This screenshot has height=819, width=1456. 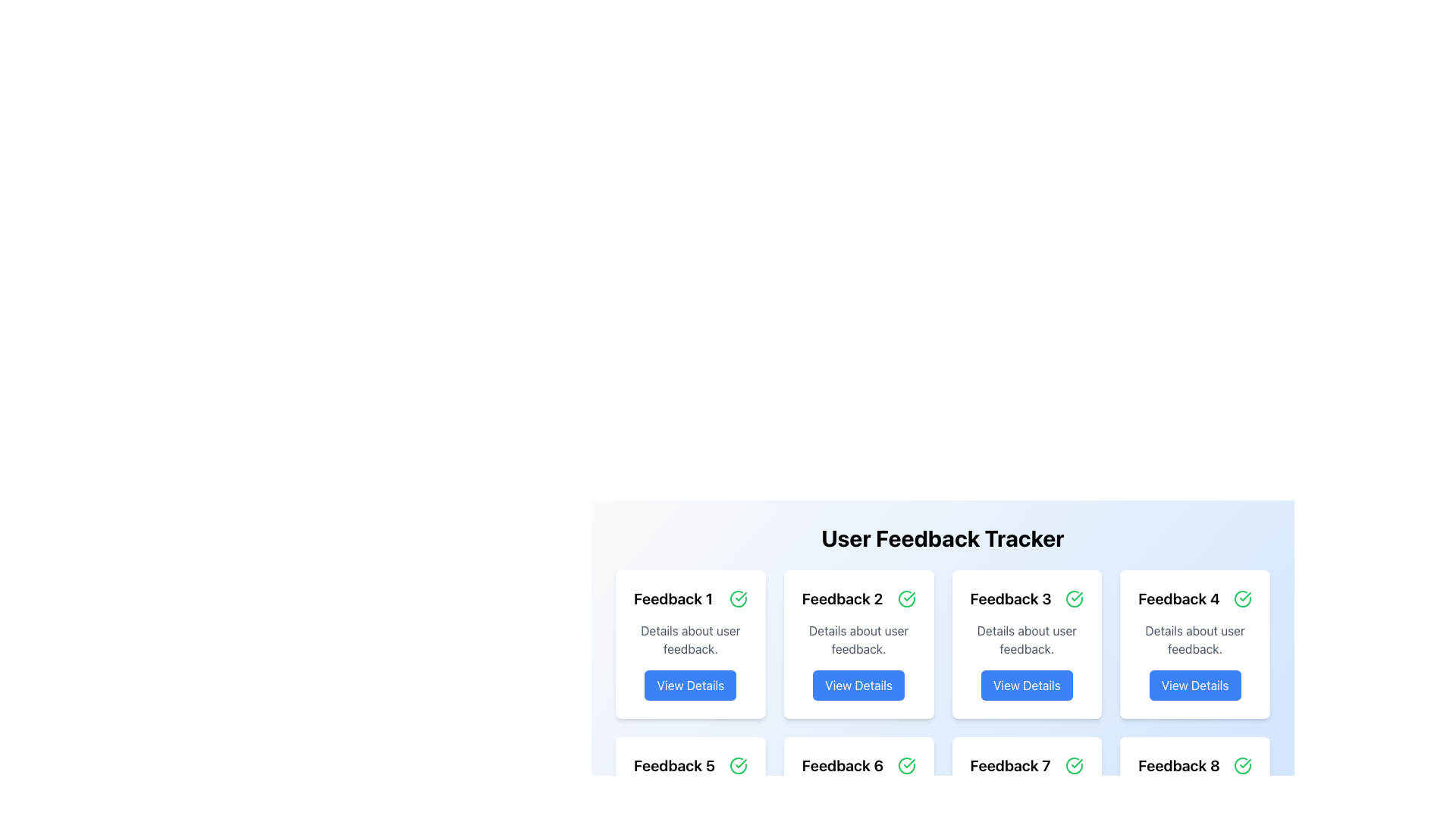 What do you see at coordinates (1194, 644) in the screenshot?
I see `the card titled 'Feedback 4' which is the last card in the first row of a 4-column grid layout, featuring a green check icon and a blue button labeled 'View Details'` at bounding box center [1194, 644].